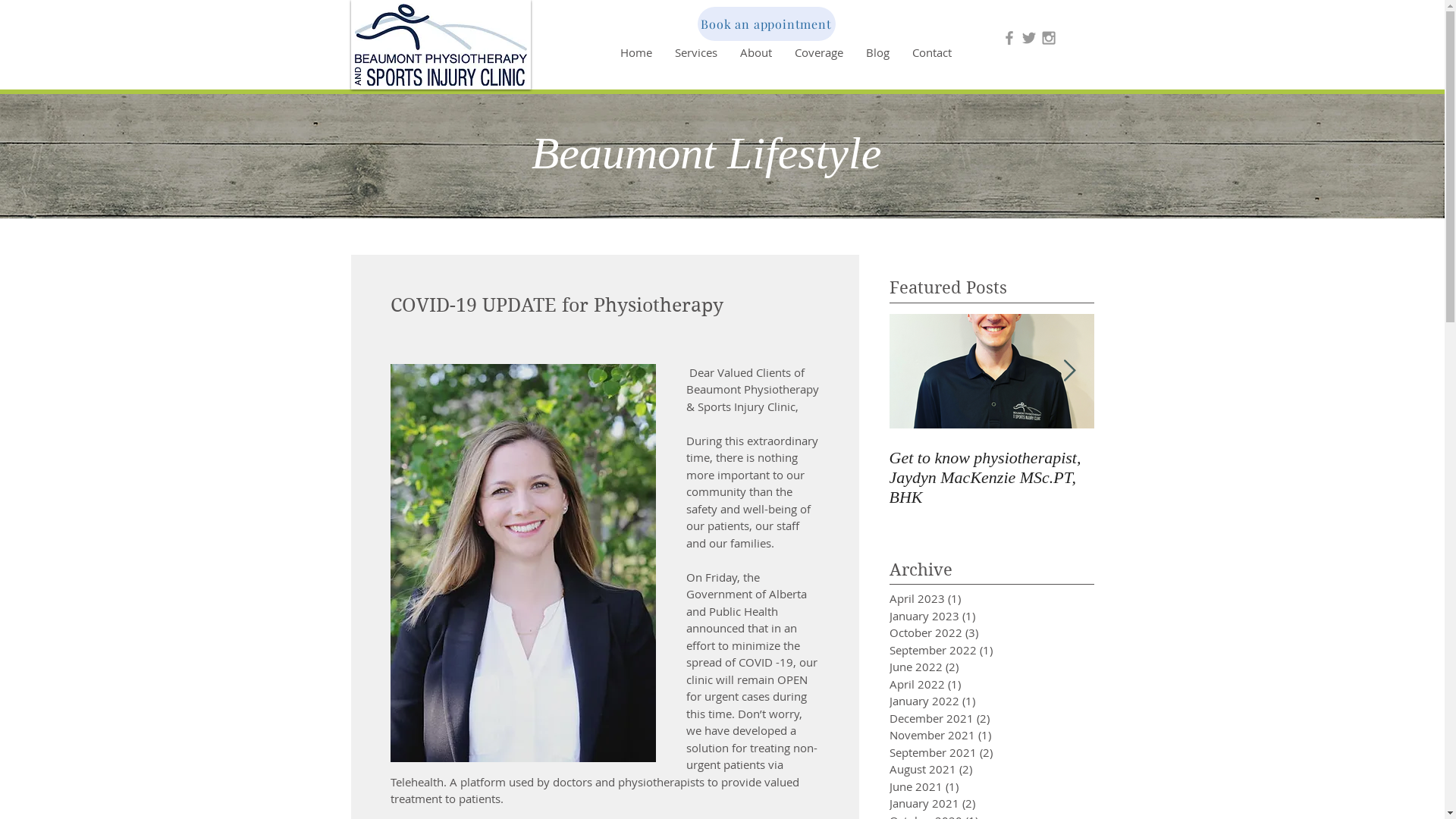 The image size is (1456, 819). Describe the element at coordinates (854, 52) in the screenshot. I see `'Blog'` at that location.